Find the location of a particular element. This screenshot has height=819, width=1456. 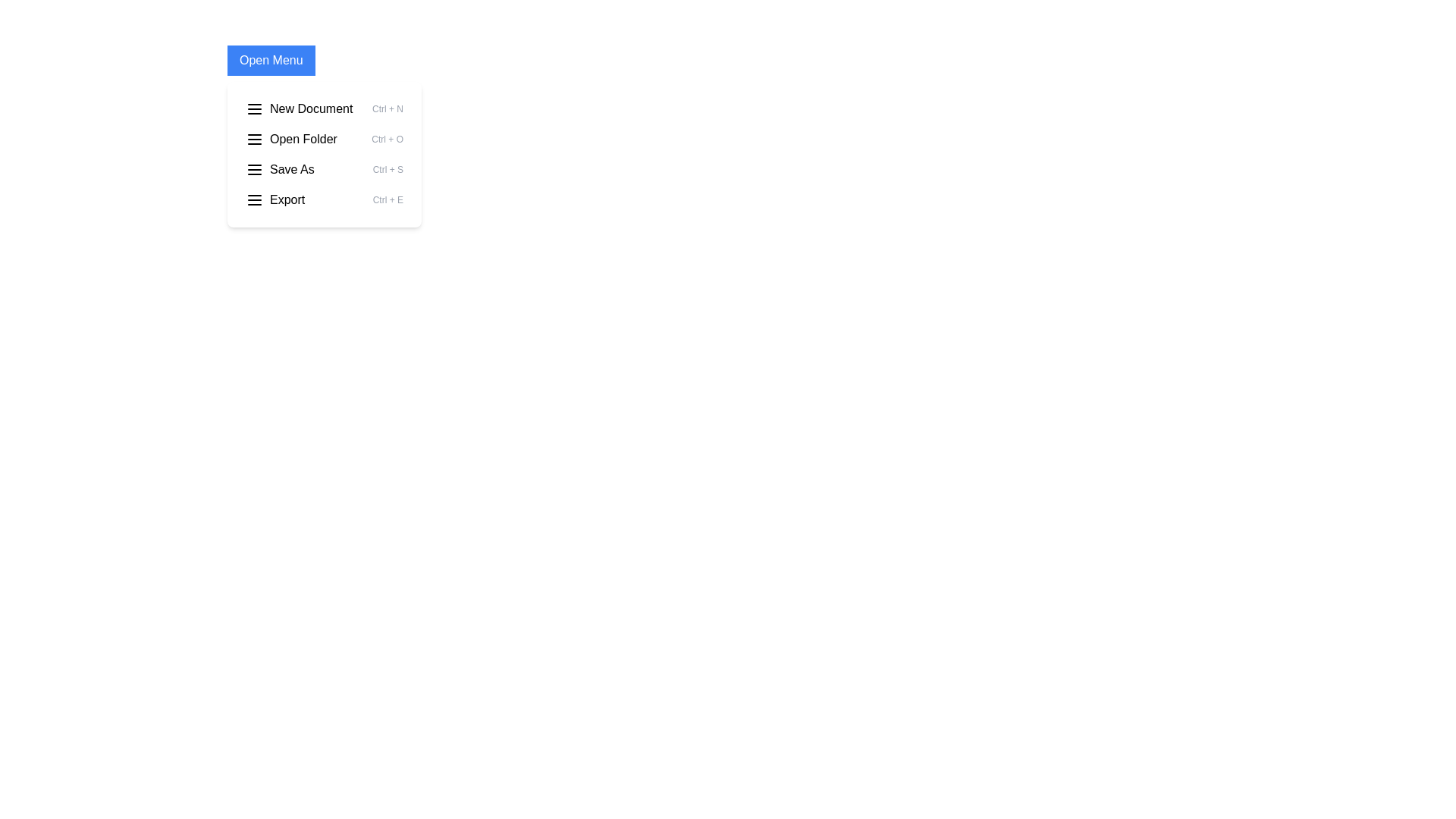

the 'Save As' button, which is the third item in a vertically stacked list within a dropdown menu, positioned below 'Open Folder' and above 'Export' is located at coordinates (323, 169).